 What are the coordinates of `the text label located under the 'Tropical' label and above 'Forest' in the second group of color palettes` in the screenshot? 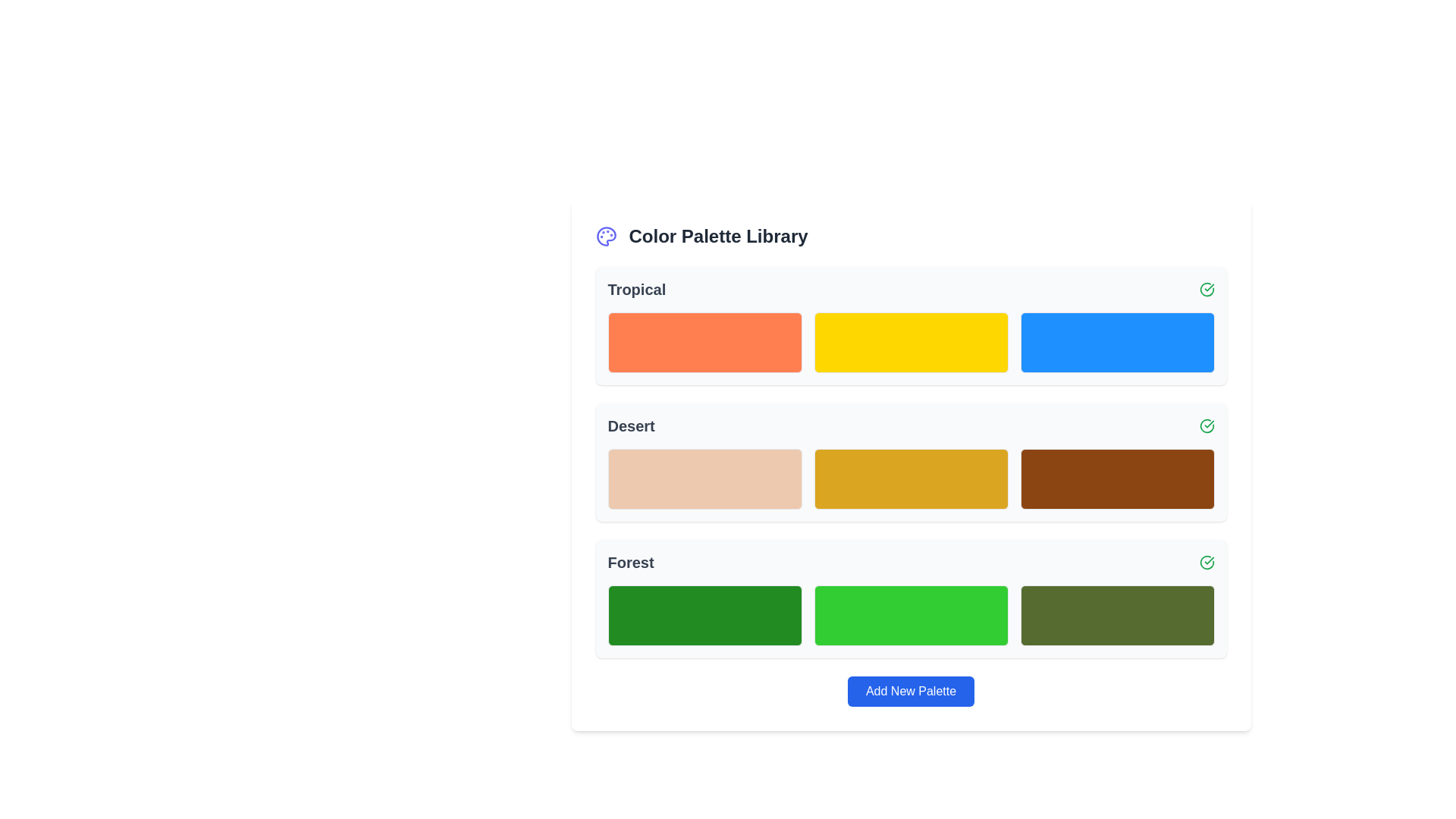 It's located at (631, 426).